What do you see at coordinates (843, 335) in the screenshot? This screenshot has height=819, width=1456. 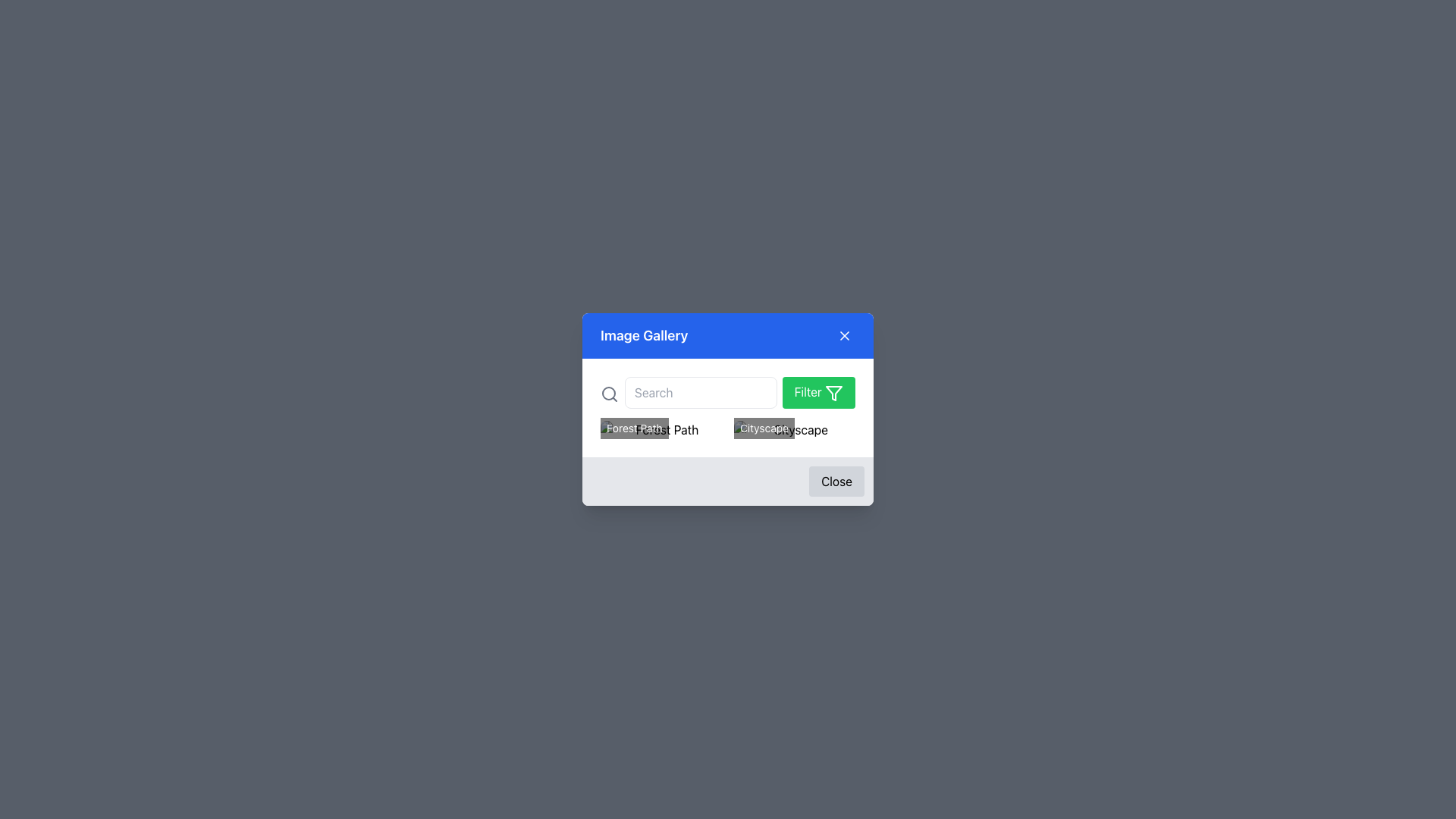 I see `the close button located at the top-right corner of the modal window containing the 'Image Gallery'` at bounding box center [843, 335].